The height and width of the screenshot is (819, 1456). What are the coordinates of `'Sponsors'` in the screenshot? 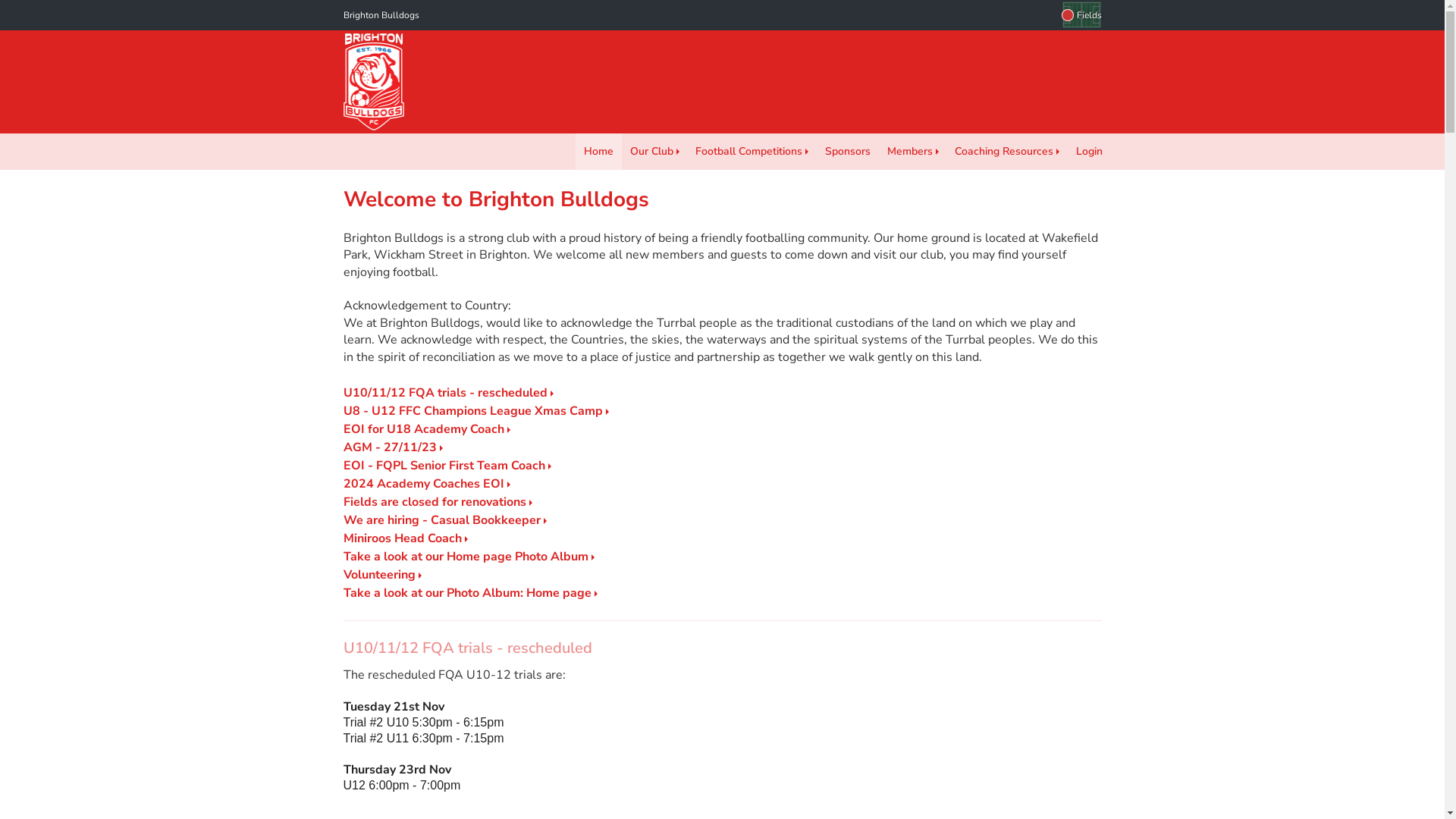 It's located at (847, 152).